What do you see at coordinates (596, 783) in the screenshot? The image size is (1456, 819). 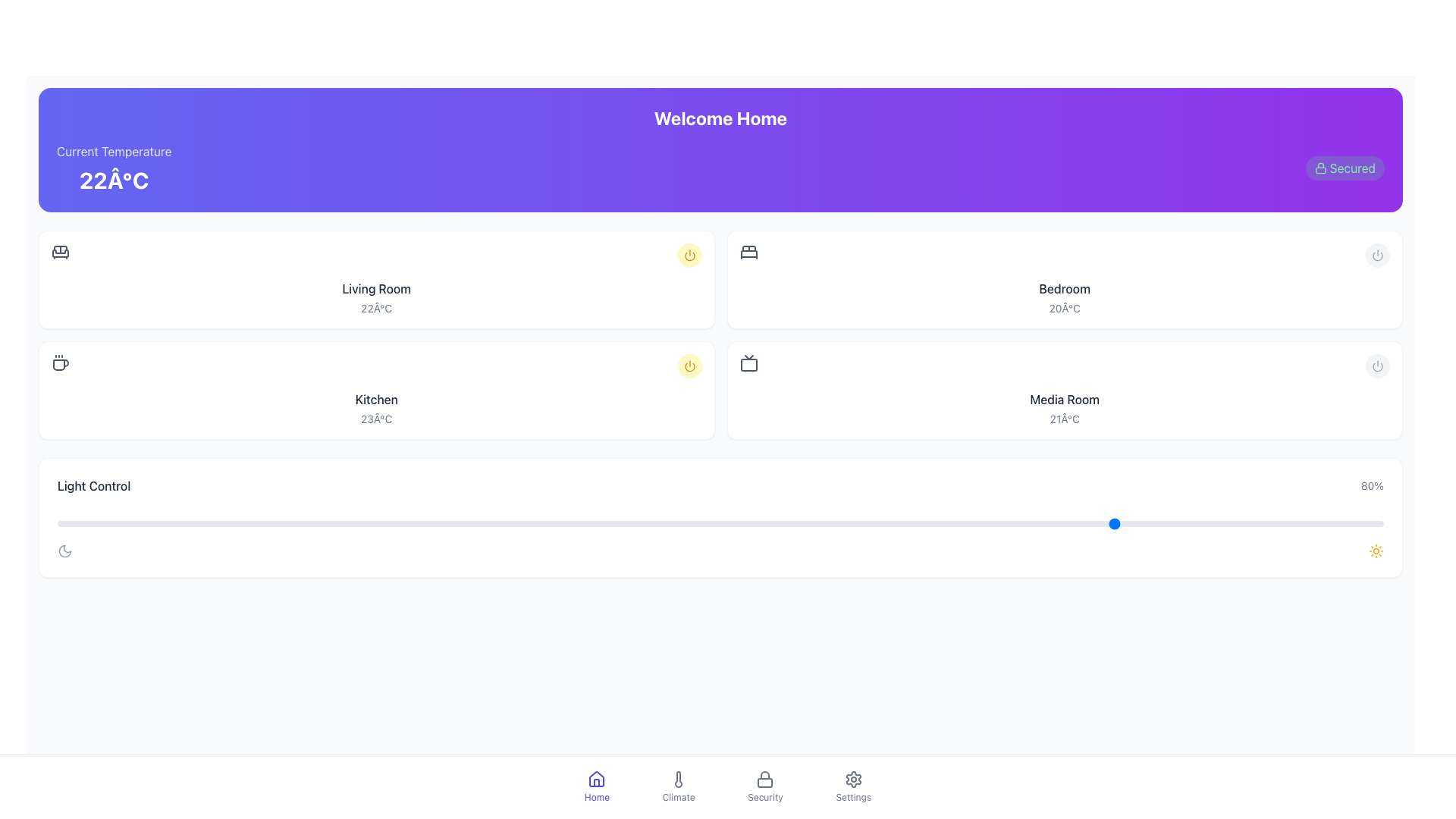 I see `the lower portion of the house icon in the bottom-center navigation panel` at bounding box center [596, 783].